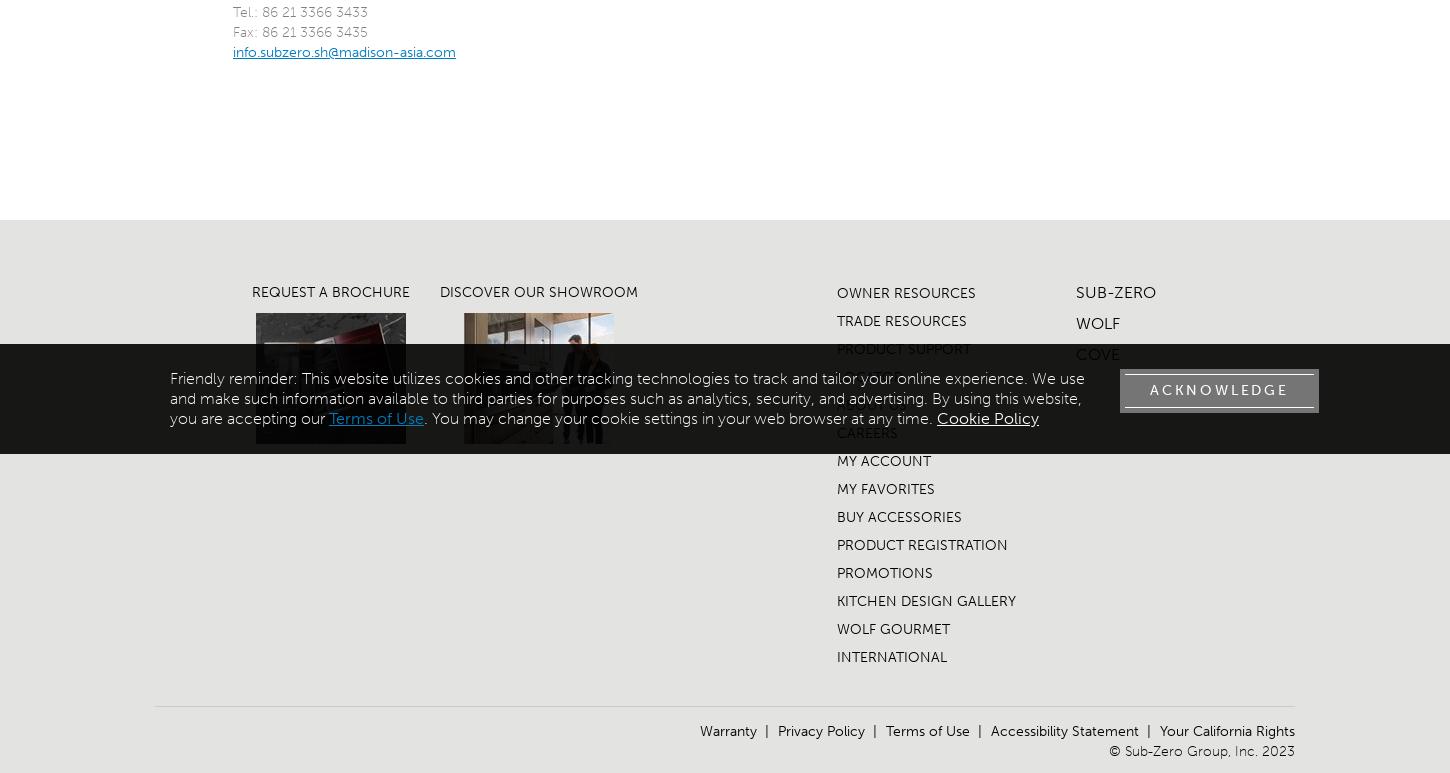 The image size is (1450, 773). I want to click on 'BUY ACCESSORIES', so click(836, 517).